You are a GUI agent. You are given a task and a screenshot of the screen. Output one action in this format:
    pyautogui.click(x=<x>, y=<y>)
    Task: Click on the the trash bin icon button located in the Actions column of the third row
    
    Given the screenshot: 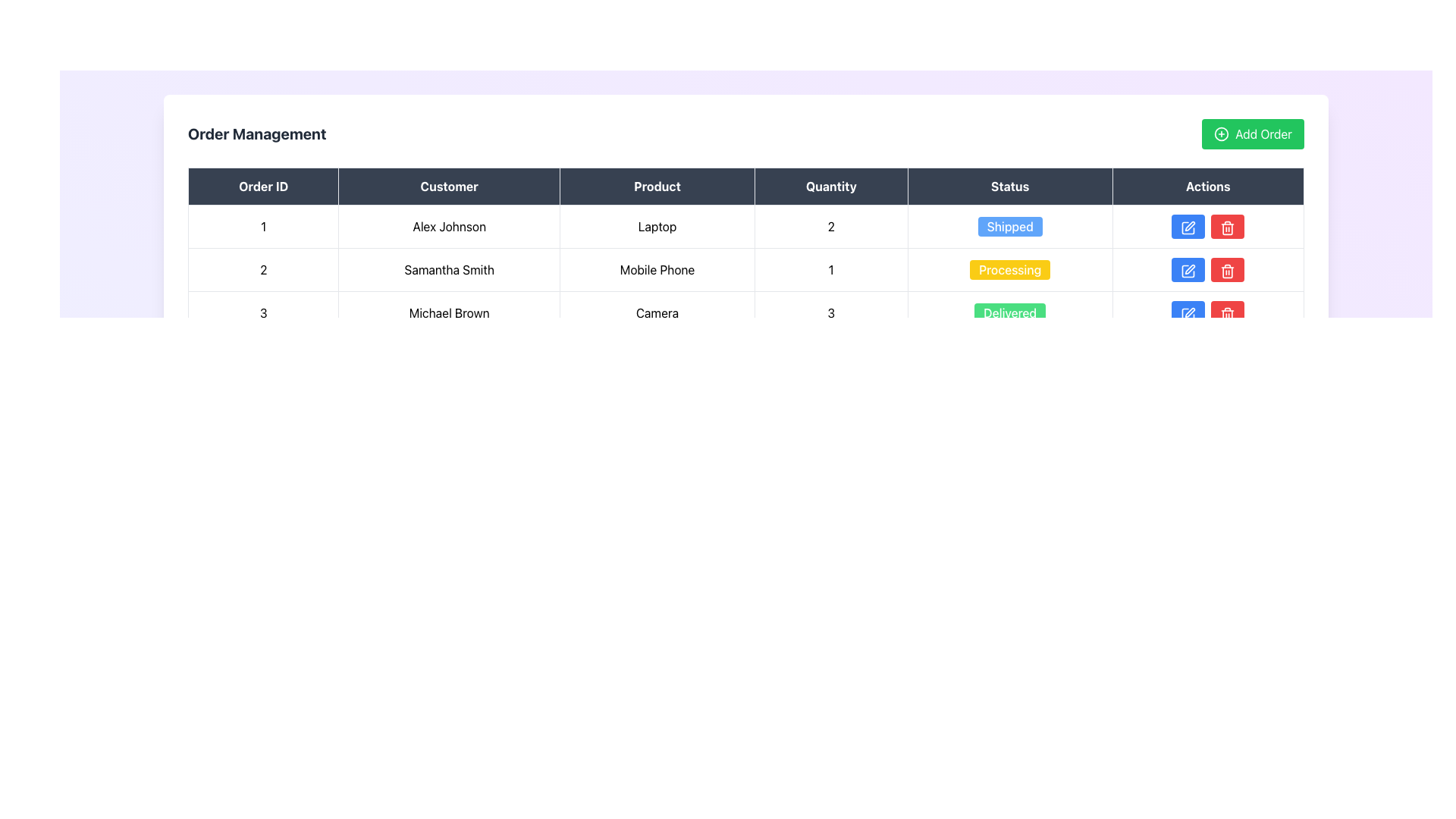 What is the action you would take?
    pyautogui.click(x=1228, y=227)
    